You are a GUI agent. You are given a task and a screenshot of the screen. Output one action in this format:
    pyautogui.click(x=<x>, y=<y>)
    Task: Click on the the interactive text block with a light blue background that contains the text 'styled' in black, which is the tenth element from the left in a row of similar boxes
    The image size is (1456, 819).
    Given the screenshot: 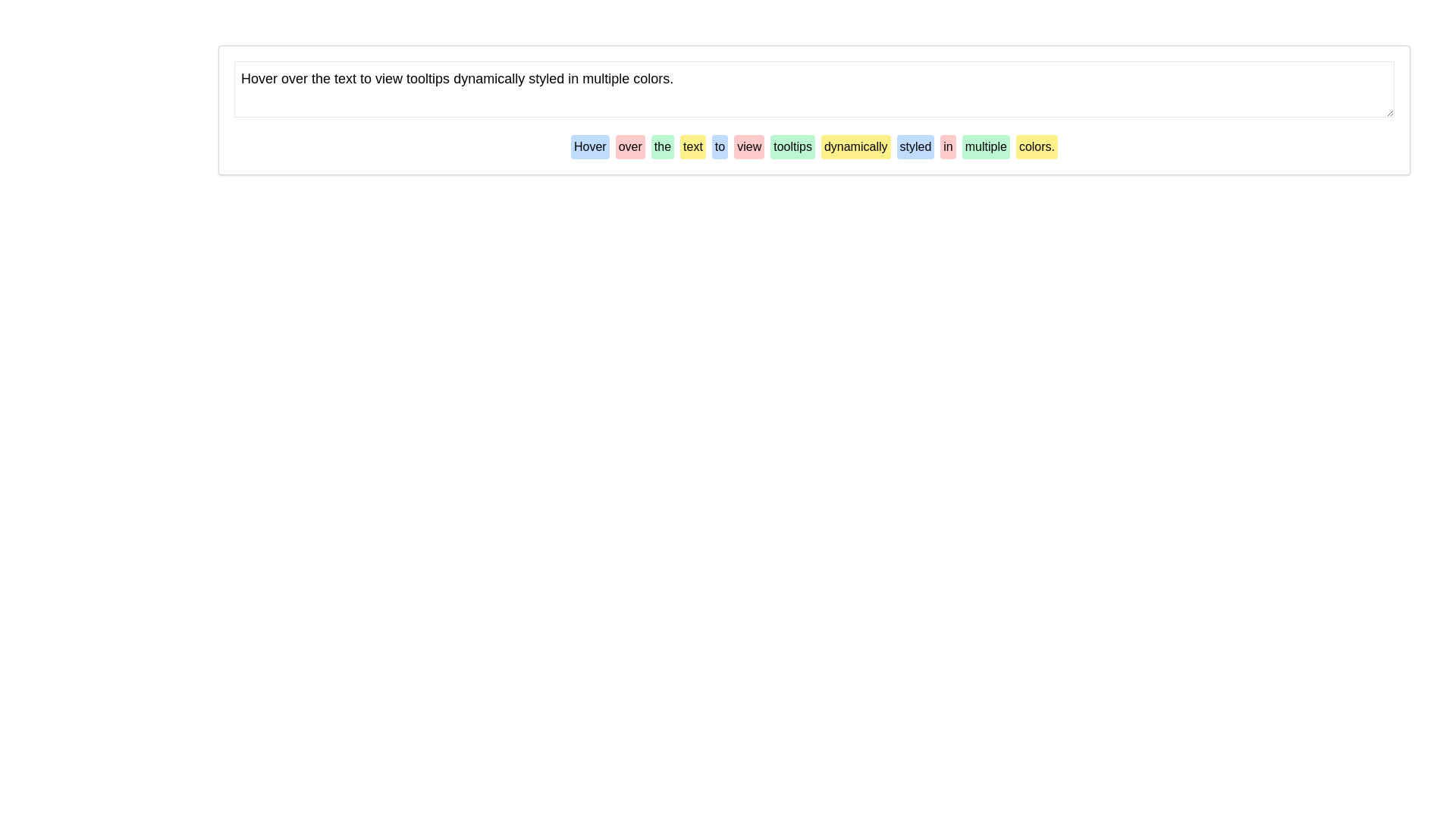 What is the action you would take?
    pyautogui.click(x=915, y=146)
    